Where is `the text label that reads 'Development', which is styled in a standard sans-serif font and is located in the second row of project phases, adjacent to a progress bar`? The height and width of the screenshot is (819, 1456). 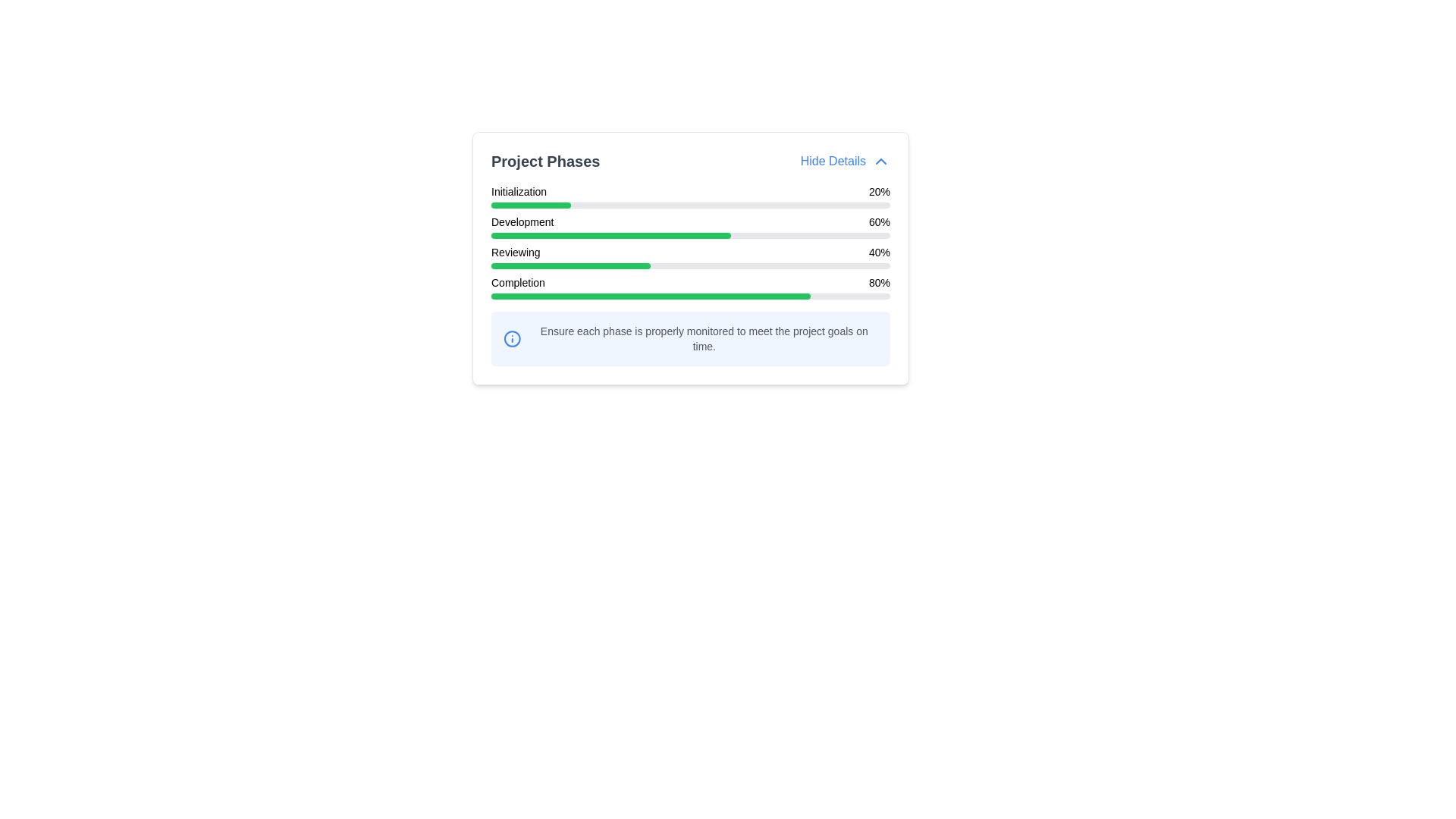
the text label that reads 'Development', which is styled in a standard sans-serif font and is located in the second row of project phases, adjacent to a progress bar is located at coordinates (522, 222).